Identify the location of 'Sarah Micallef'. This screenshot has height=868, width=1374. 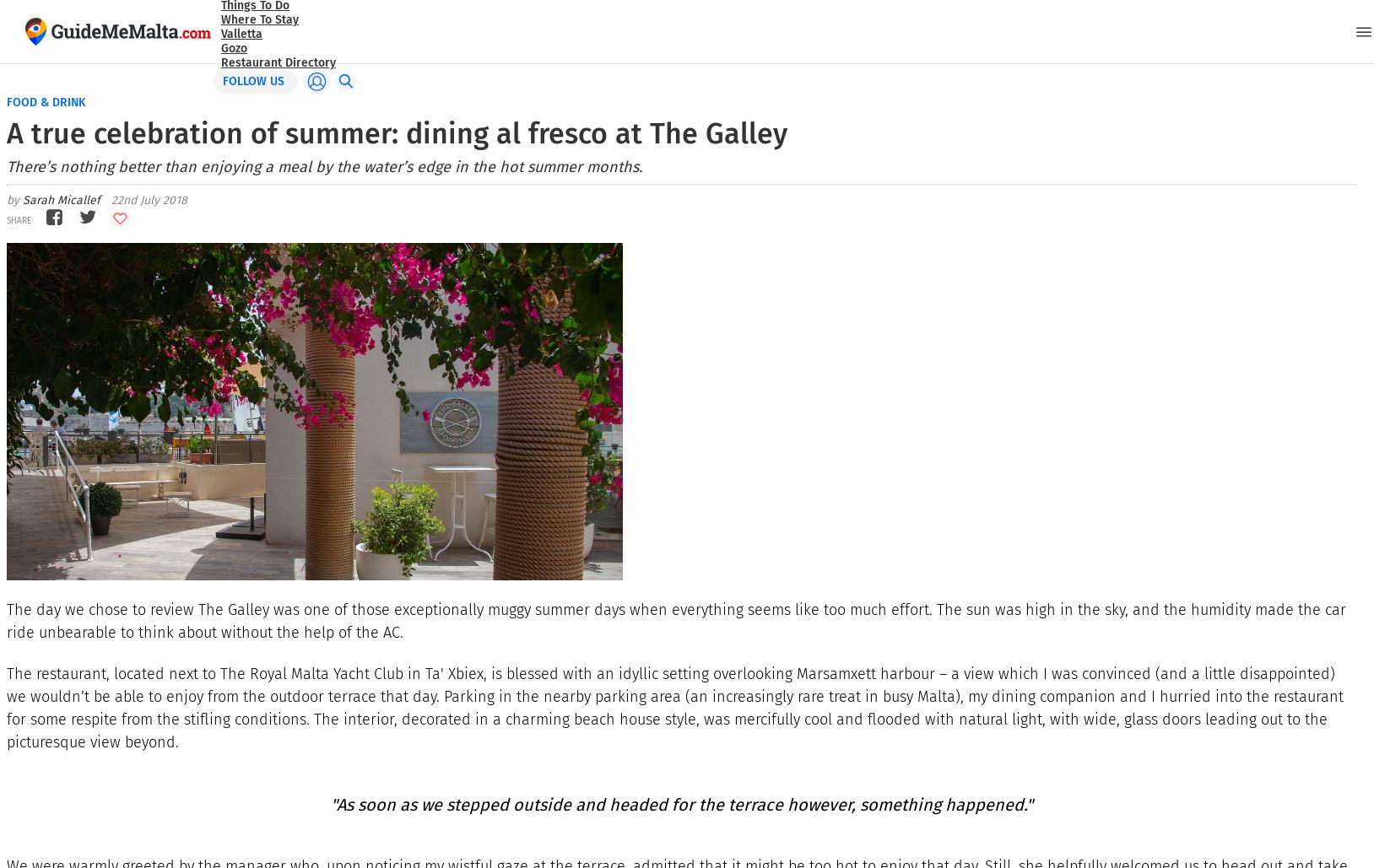
(62, 199).